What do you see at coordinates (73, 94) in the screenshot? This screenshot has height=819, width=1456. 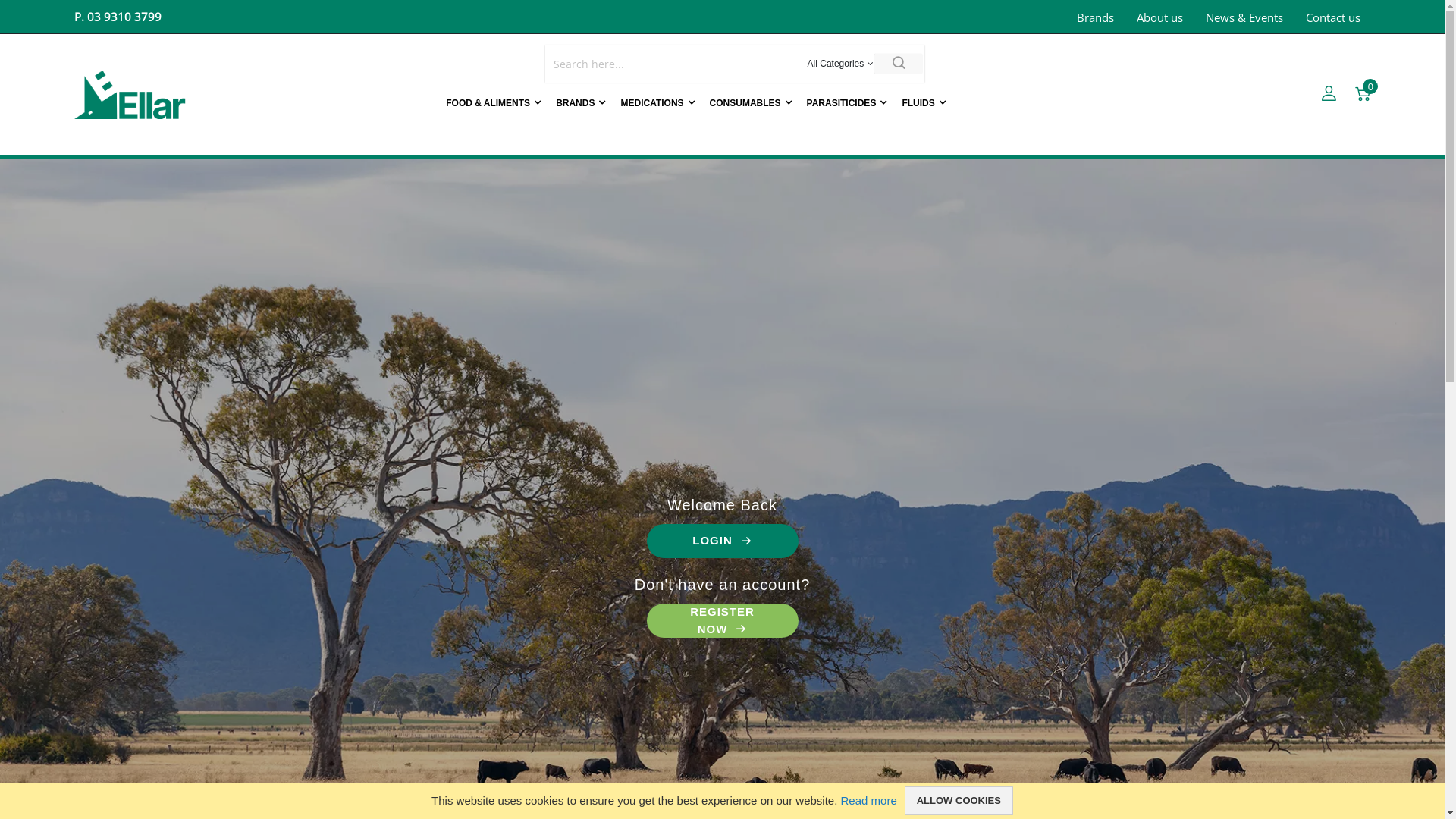 I see `'Ellar Laboratories'` at bounding box center [73, 94].